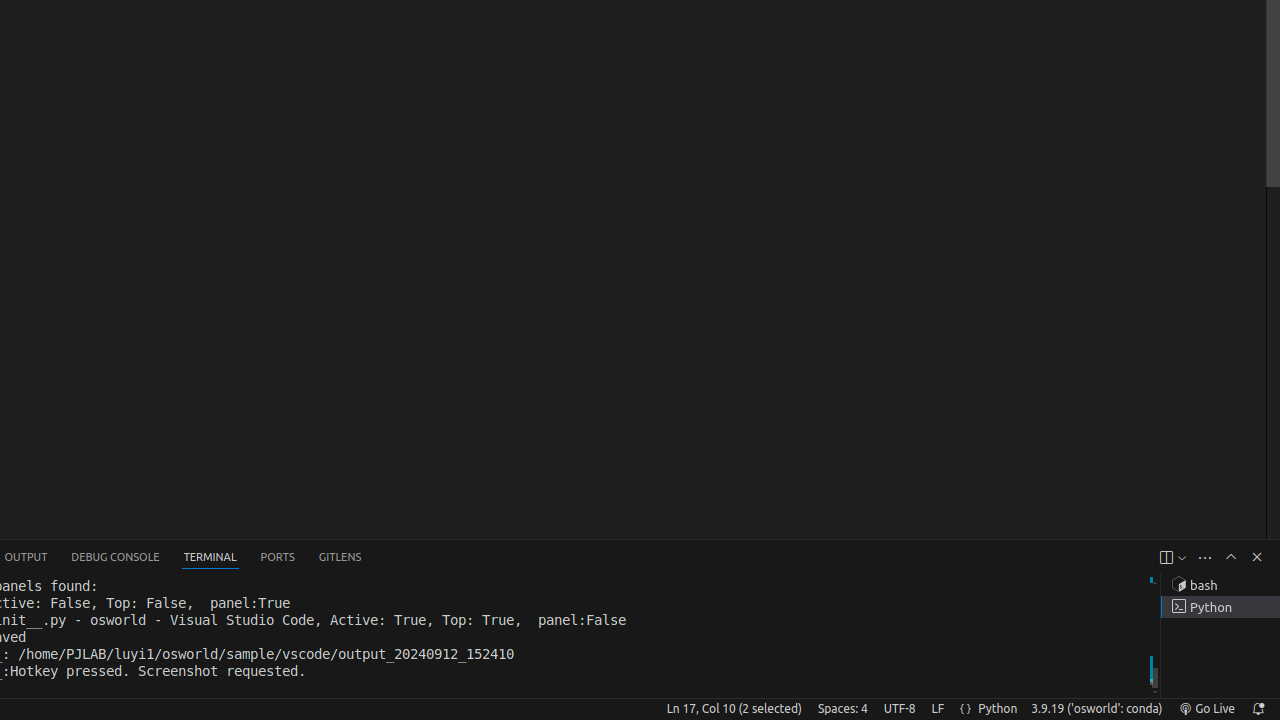 The height and width of the screenshot is (720, 1280). Describe the element at coordinates (339, 557) in the screenshot. I see `'GitLens'` at that location.